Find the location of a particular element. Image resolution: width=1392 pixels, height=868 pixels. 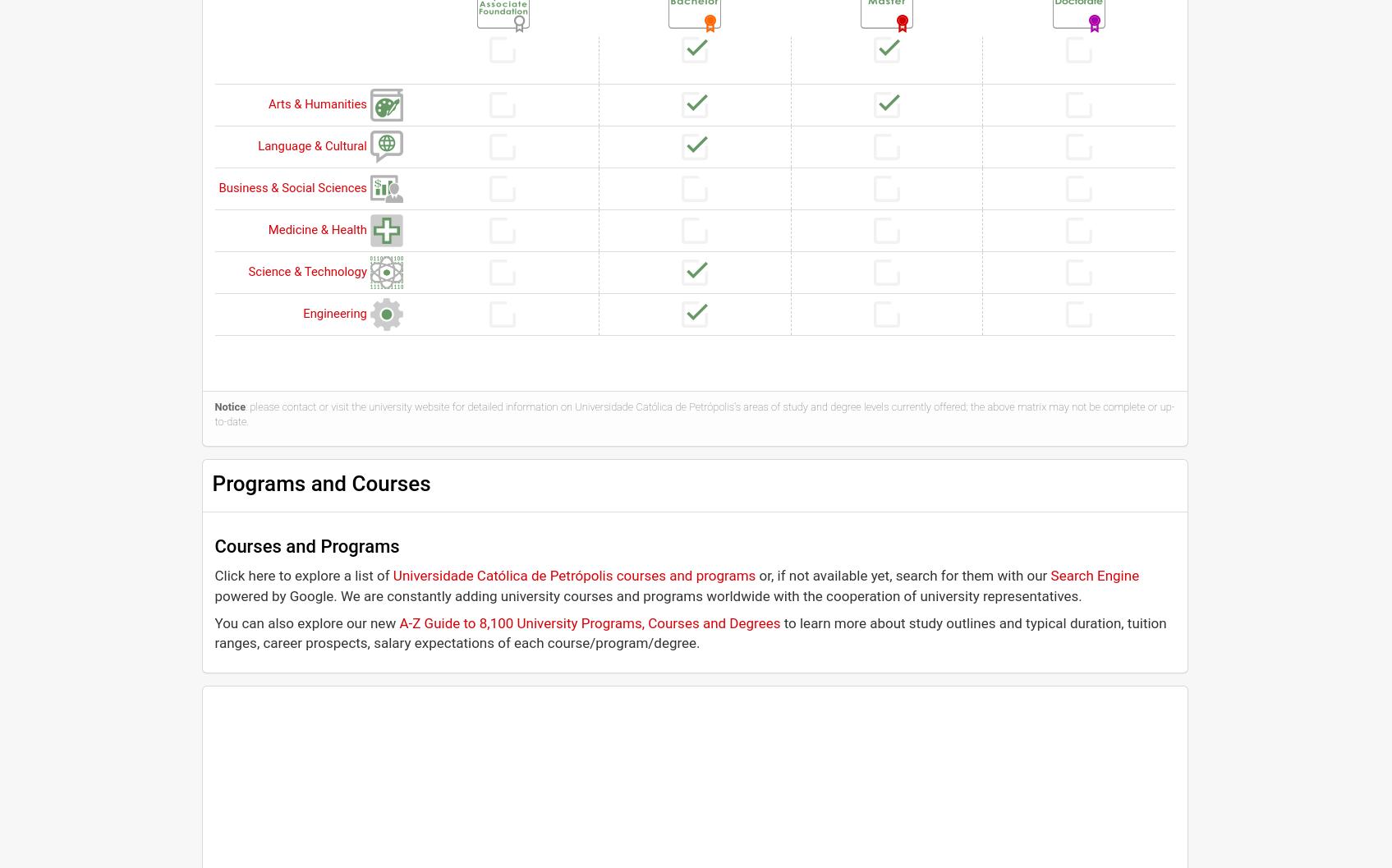

'Science & Technology' is located at coordinates (307, 270).